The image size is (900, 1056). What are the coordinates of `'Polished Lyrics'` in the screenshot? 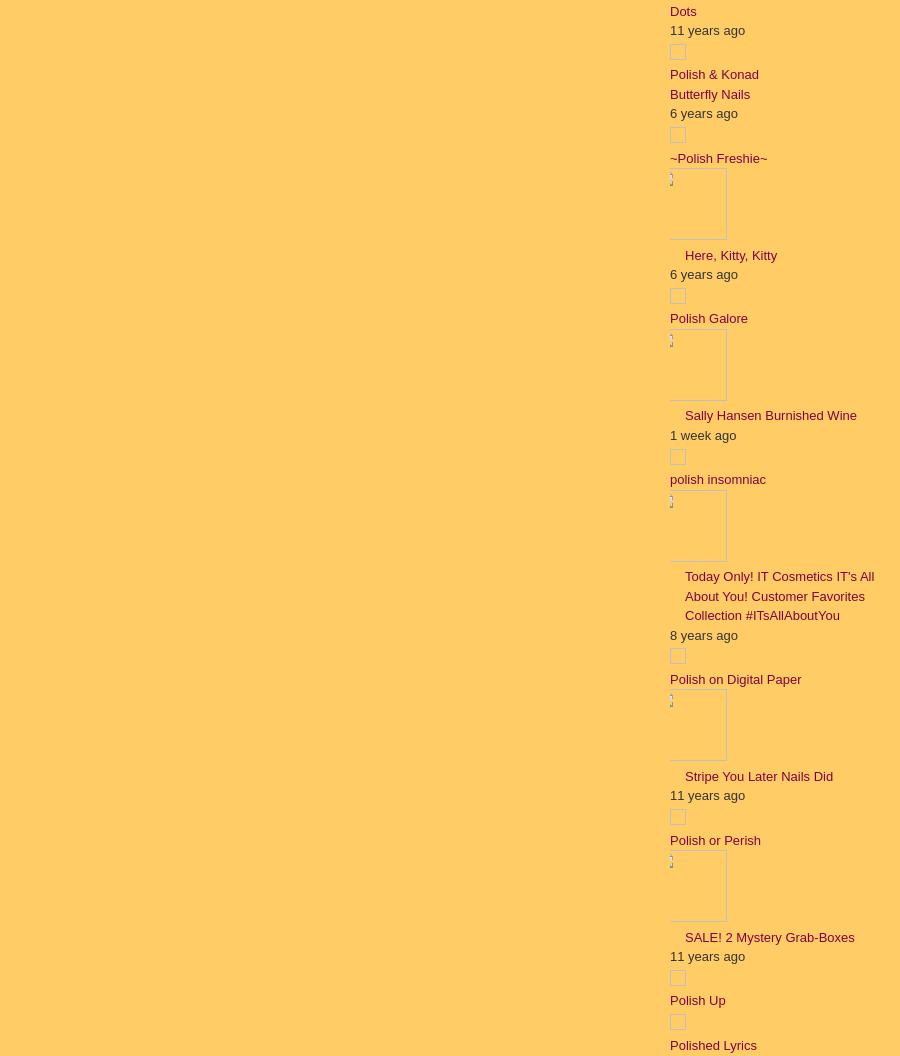 It's located at (711, 1043).